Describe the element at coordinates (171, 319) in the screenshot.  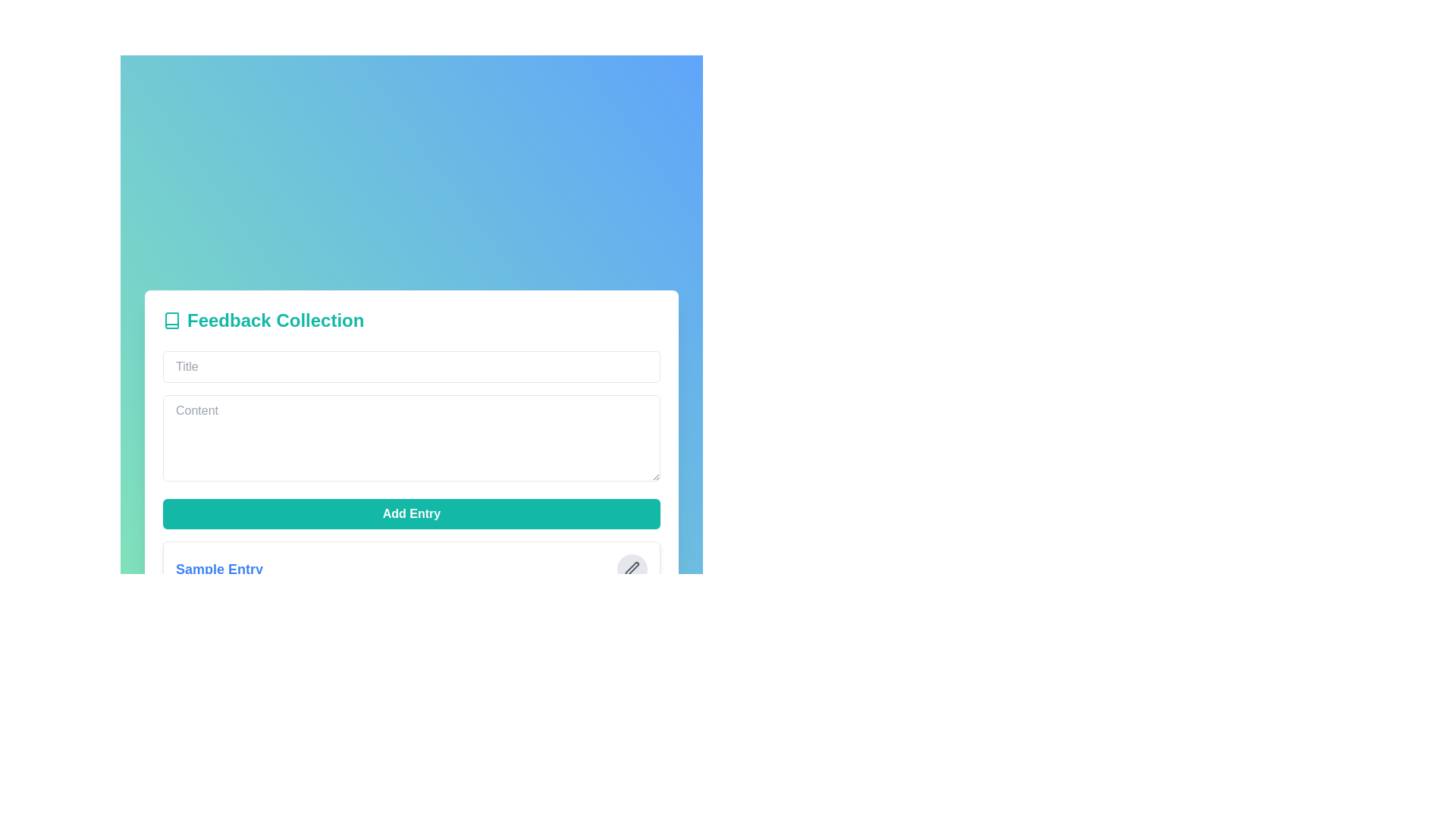
I see `the teal book icon located to the left of the 'Feedback Collection' title in the header section` at that location.